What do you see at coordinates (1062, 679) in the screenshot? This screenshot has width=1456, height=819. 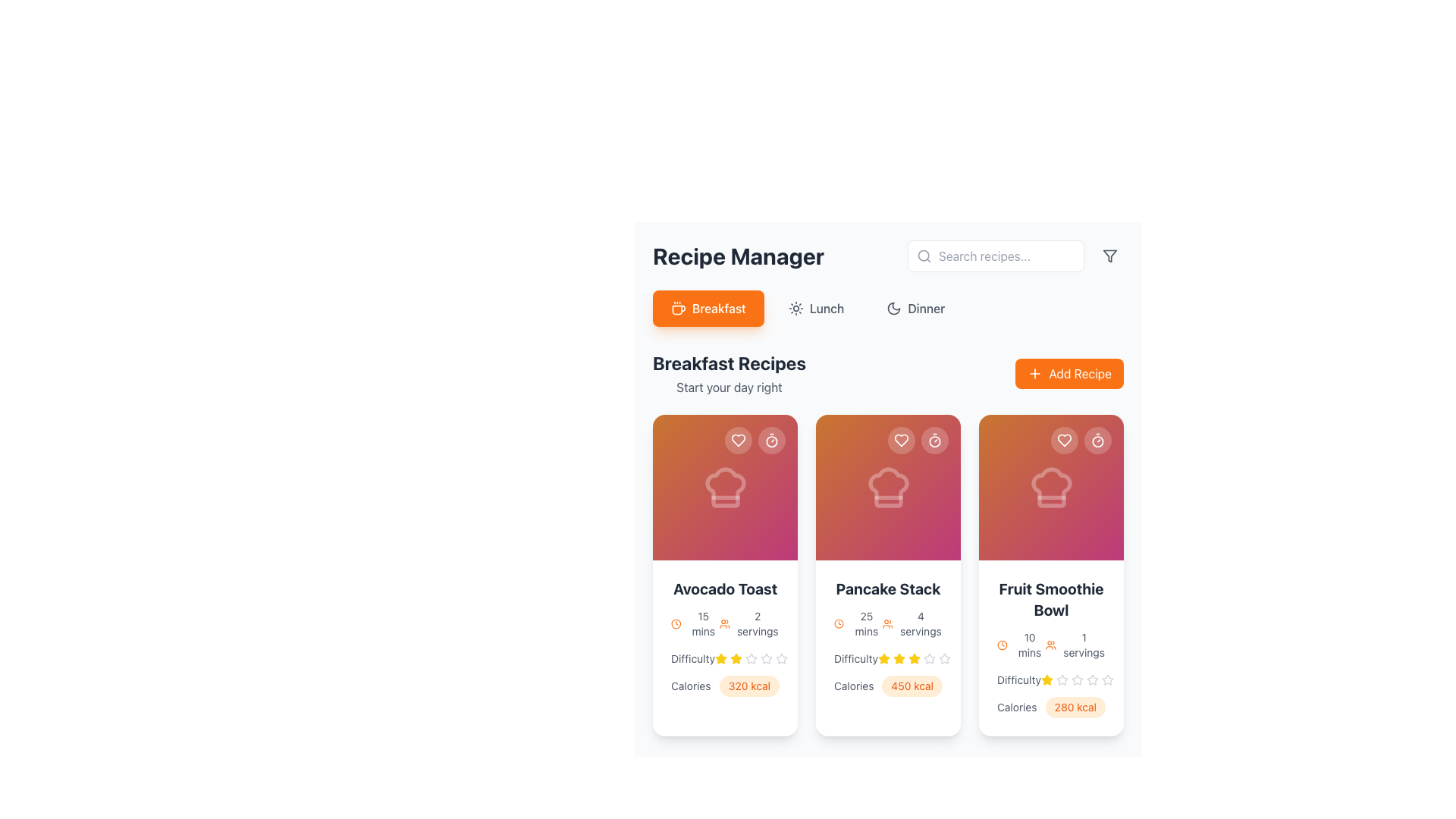 I see `the third unselected star icon in the difficulty rating section of the 'Fruit Smoothie Bowl' recipe card` at bounding box center [1062, 679].